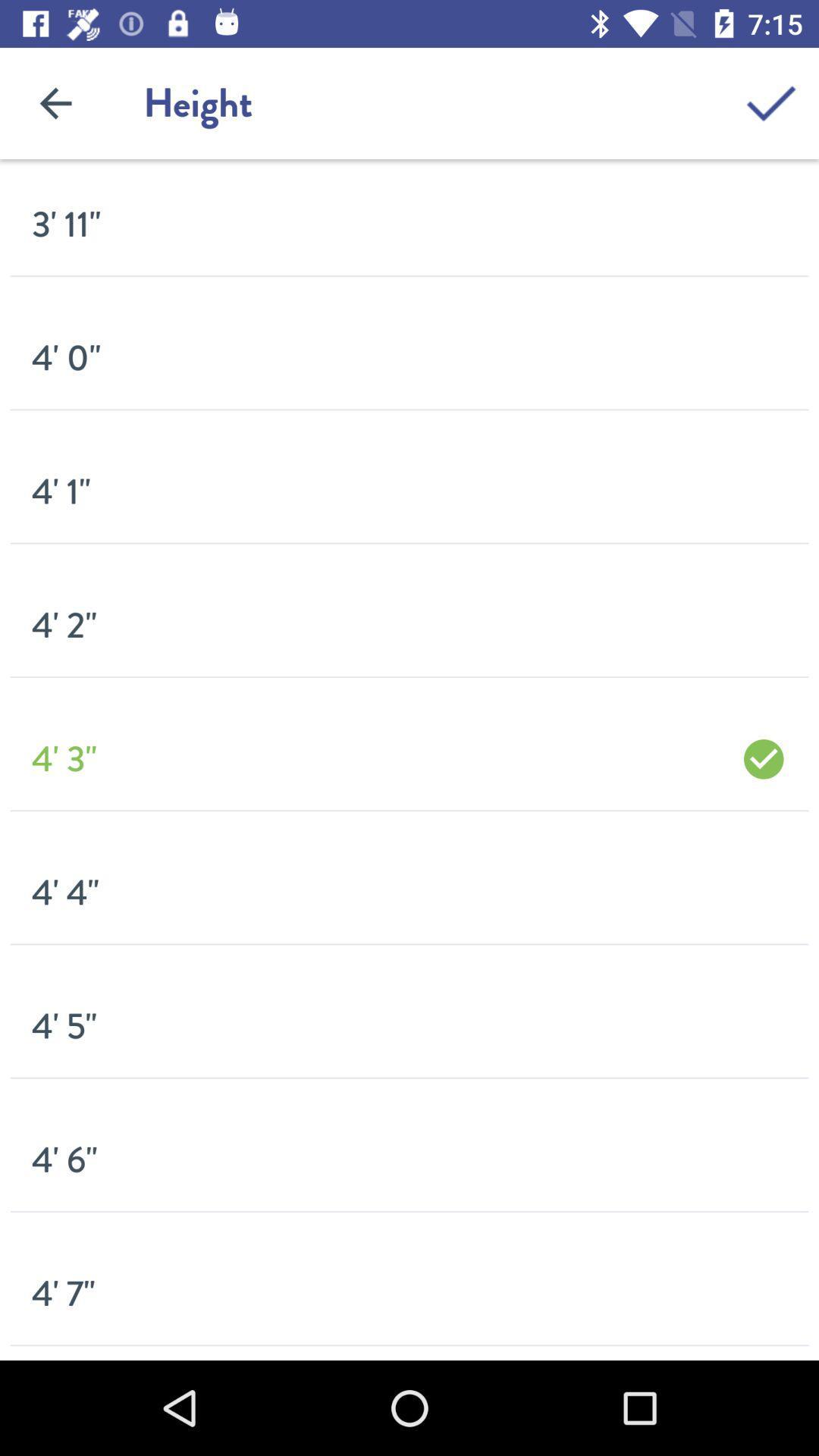 Image resolution: width=819 pixels, height=1456 pixels. What do you see at coordinates (764, 759) in the screenshot?
I see `the item next to 4' 3"` at bounding box center [764, 759].